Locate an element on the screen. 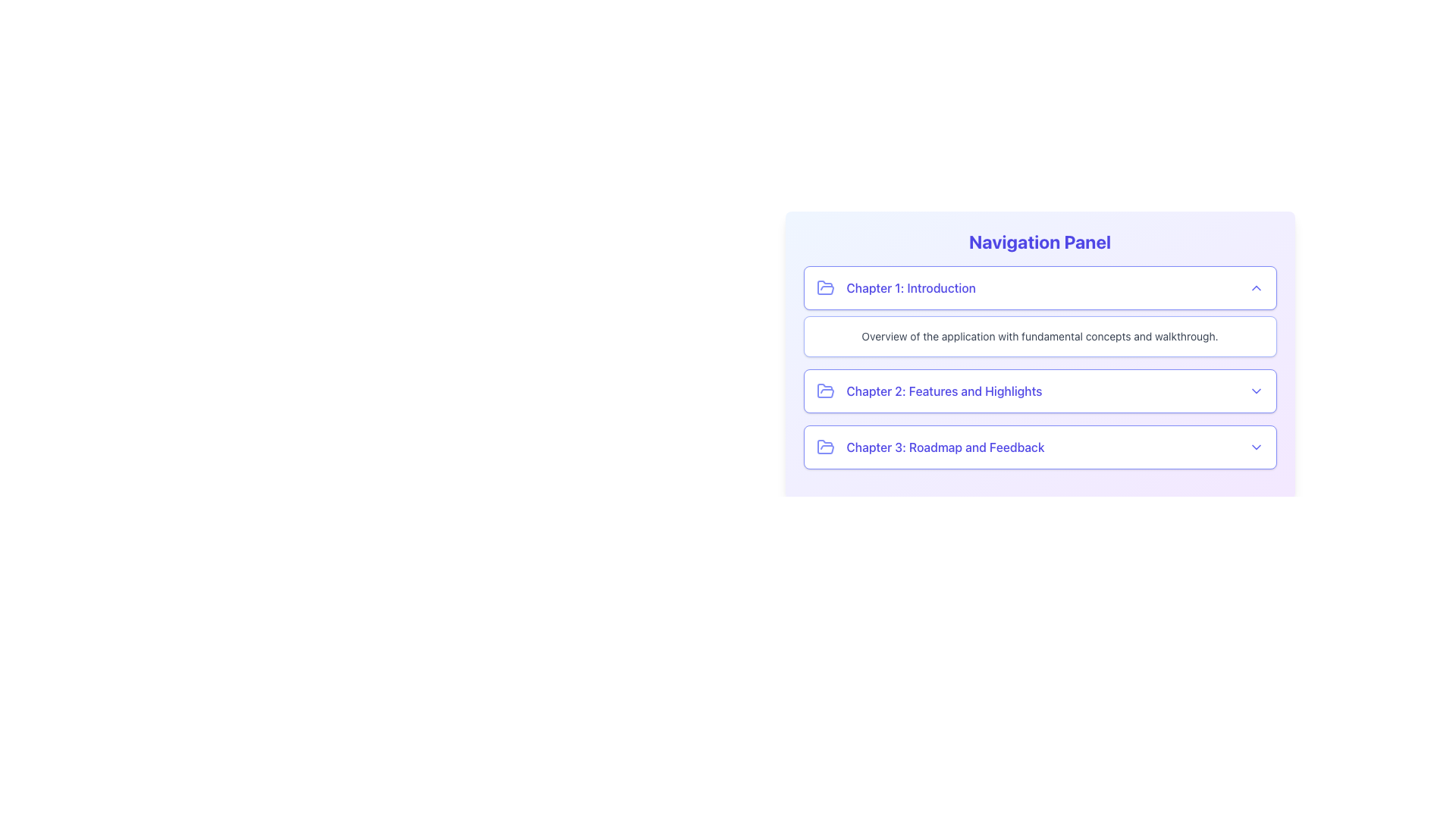  the Dropdown toggle icon located at the rightmost end of the row titled 'Chapter 3: Roadmap and Feedback' is located at coordinates (1256, 447).